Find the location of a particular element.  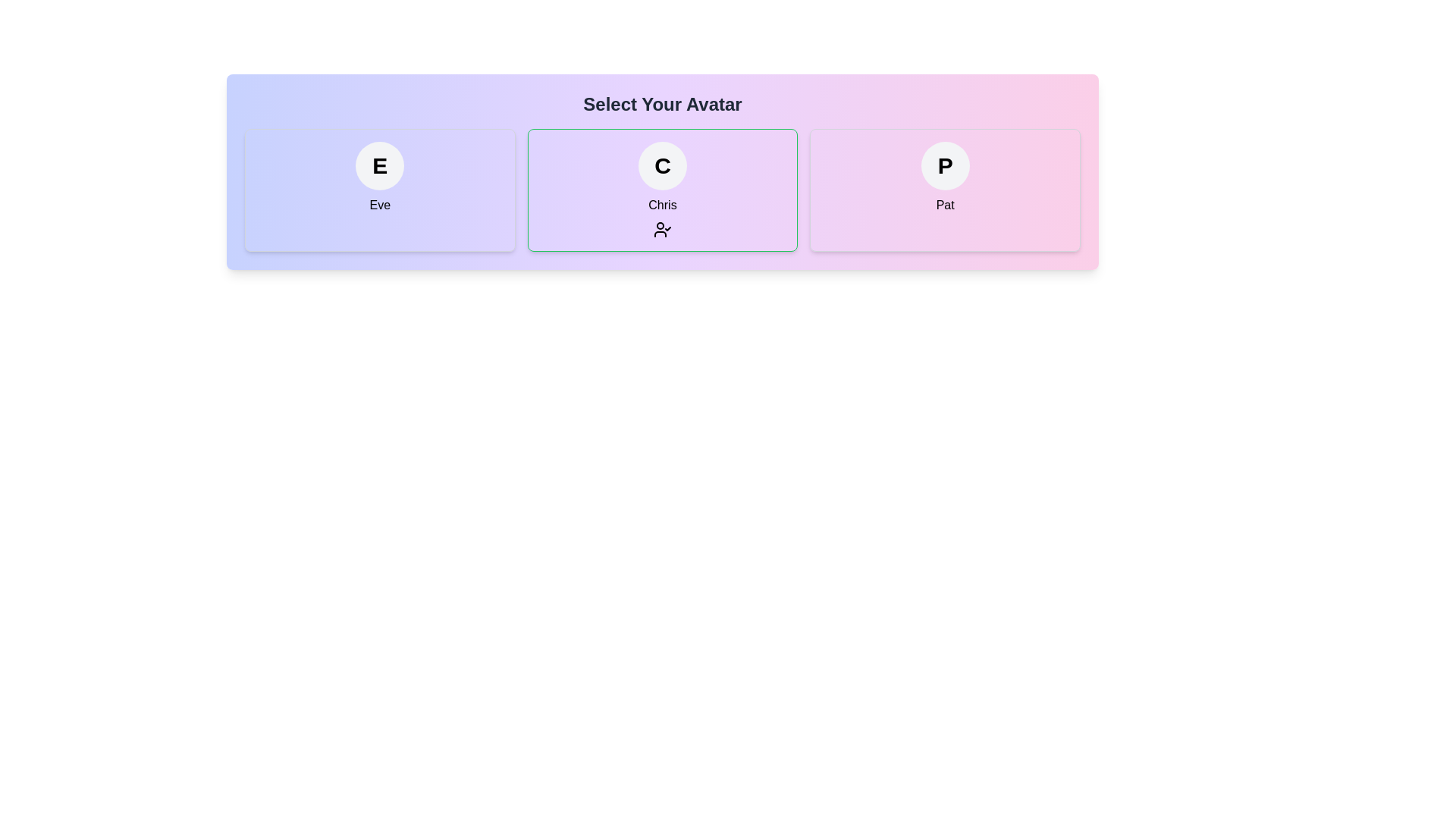

the avatar named Pat is located at coordinates (944, 189).